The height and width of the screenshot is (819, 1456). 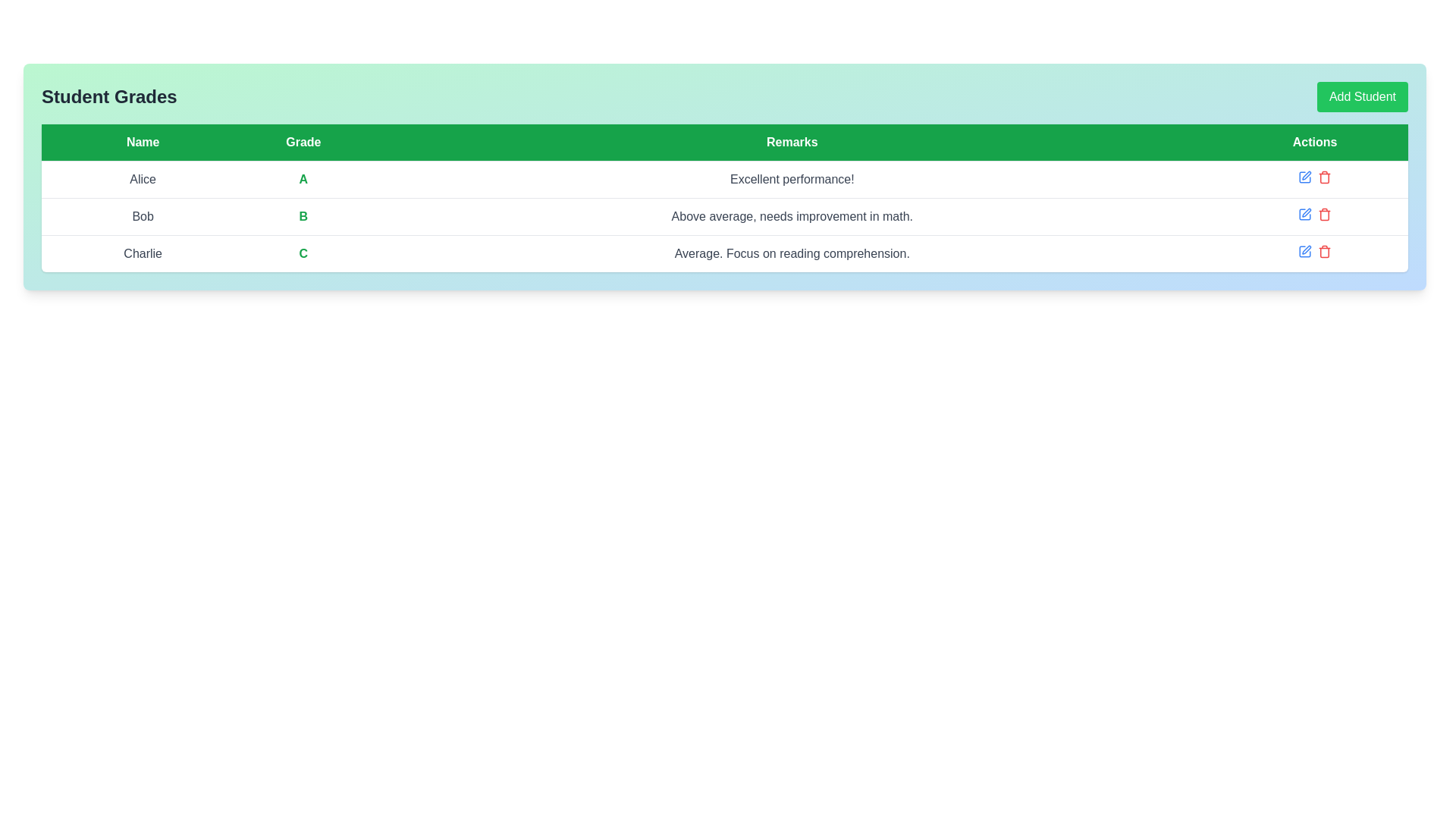 I want to click on the trash can icon located in the 'Actions' column, which is the second icon from the right, so click(x=1324, y=177).